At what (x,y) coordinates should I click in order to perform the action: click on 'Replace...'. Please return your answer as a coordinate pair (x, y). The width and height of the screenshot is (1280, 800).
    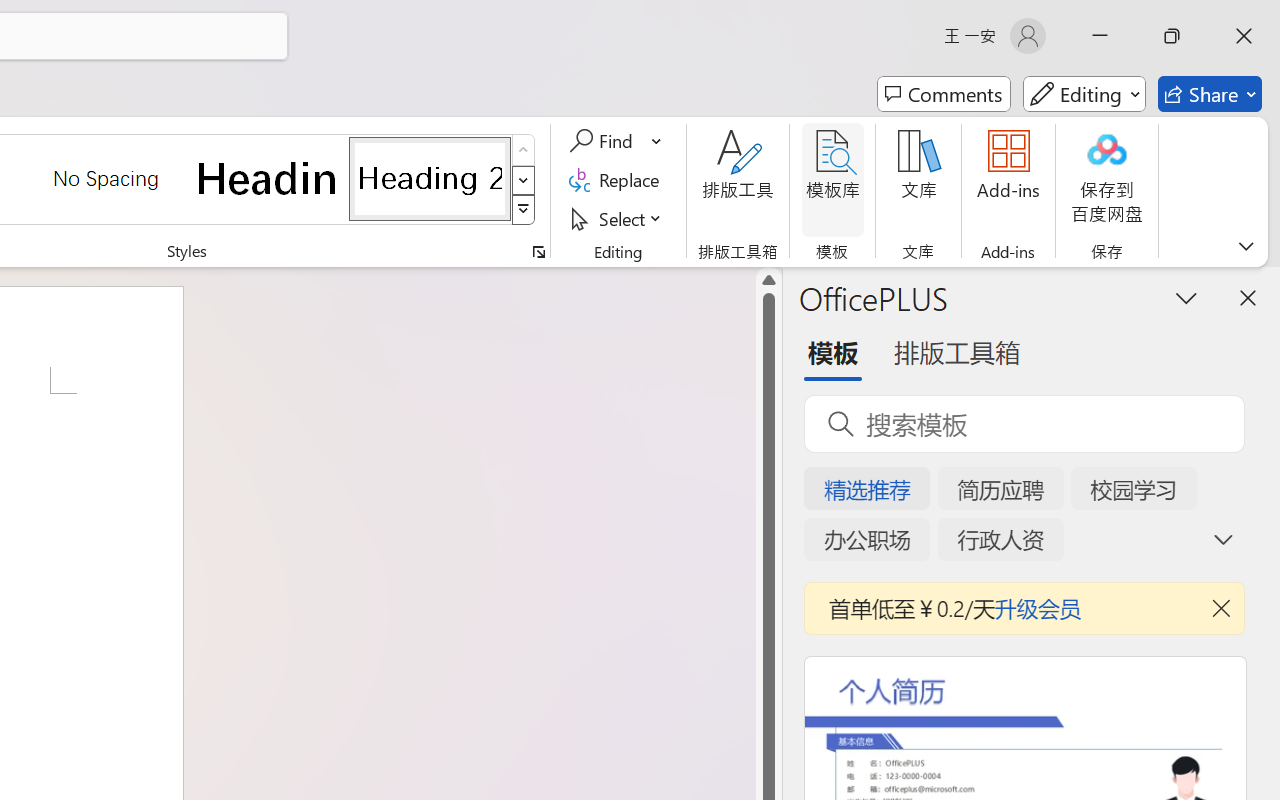
    Looking at the image, I should click on (616, 179).